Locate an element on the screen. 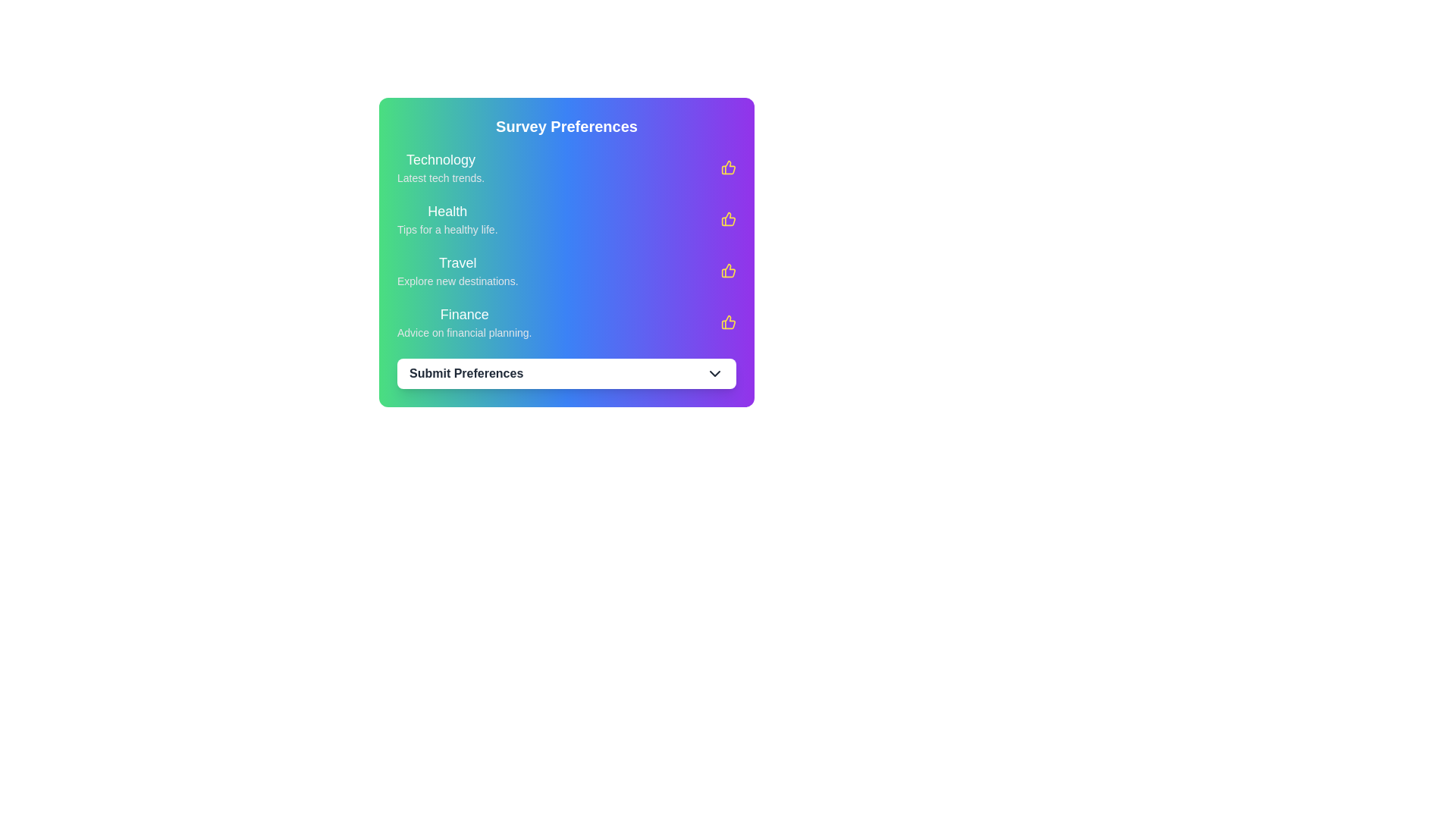  information presented in the 'Technology' text block located at the top of the 'Survey Preferences' section is located at coordinates (440, 167).